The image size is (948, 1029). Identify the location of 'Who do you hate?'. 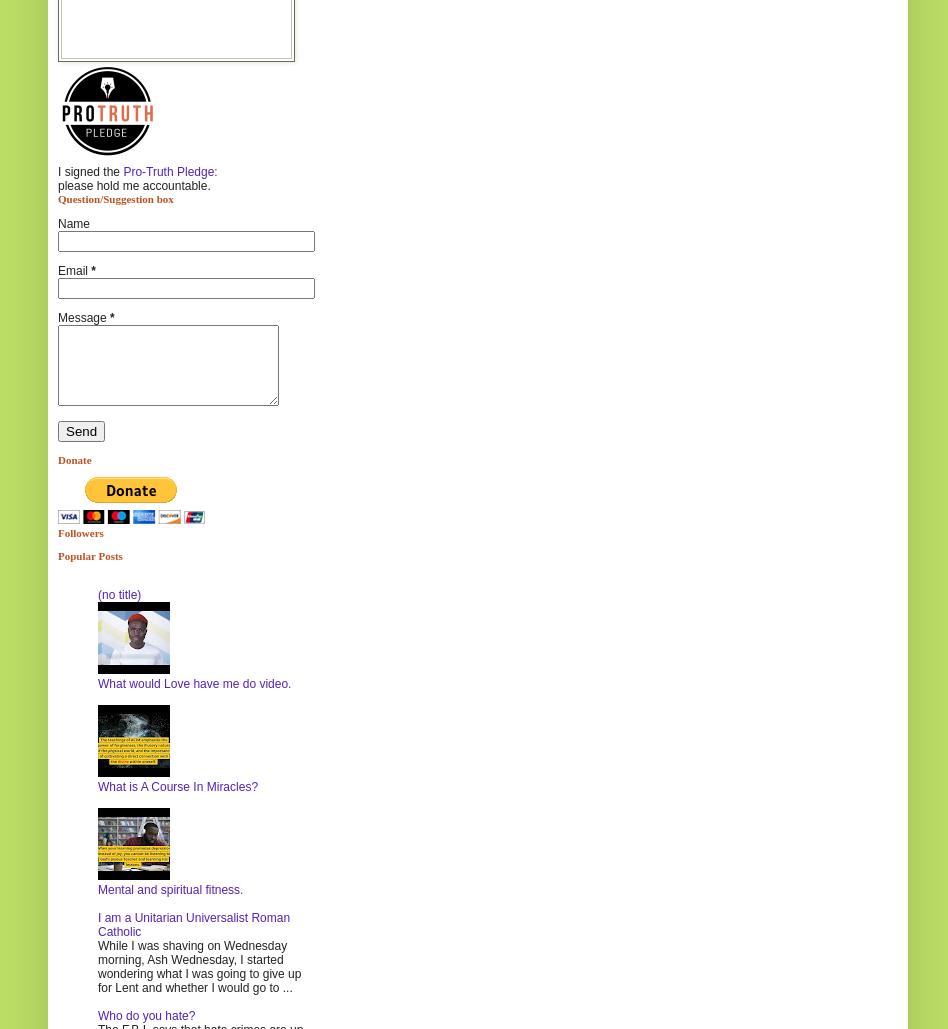
(145, 1014).